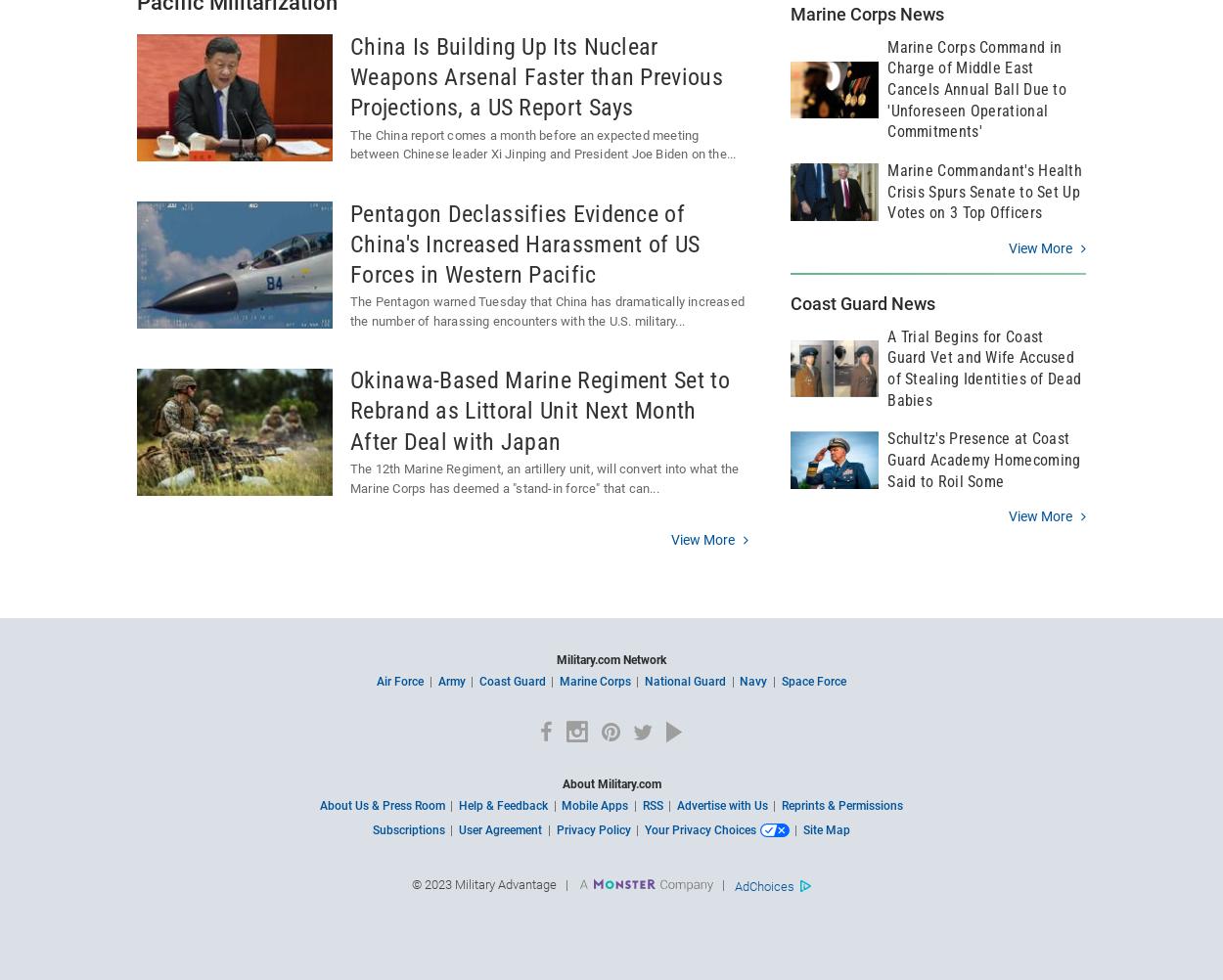 The height and width of the screenshot is (980, 1223). I want to click on 'Schultz's Presence at Coast Guard Academy Homecoming Said to Roil Some', so click(983, 459).